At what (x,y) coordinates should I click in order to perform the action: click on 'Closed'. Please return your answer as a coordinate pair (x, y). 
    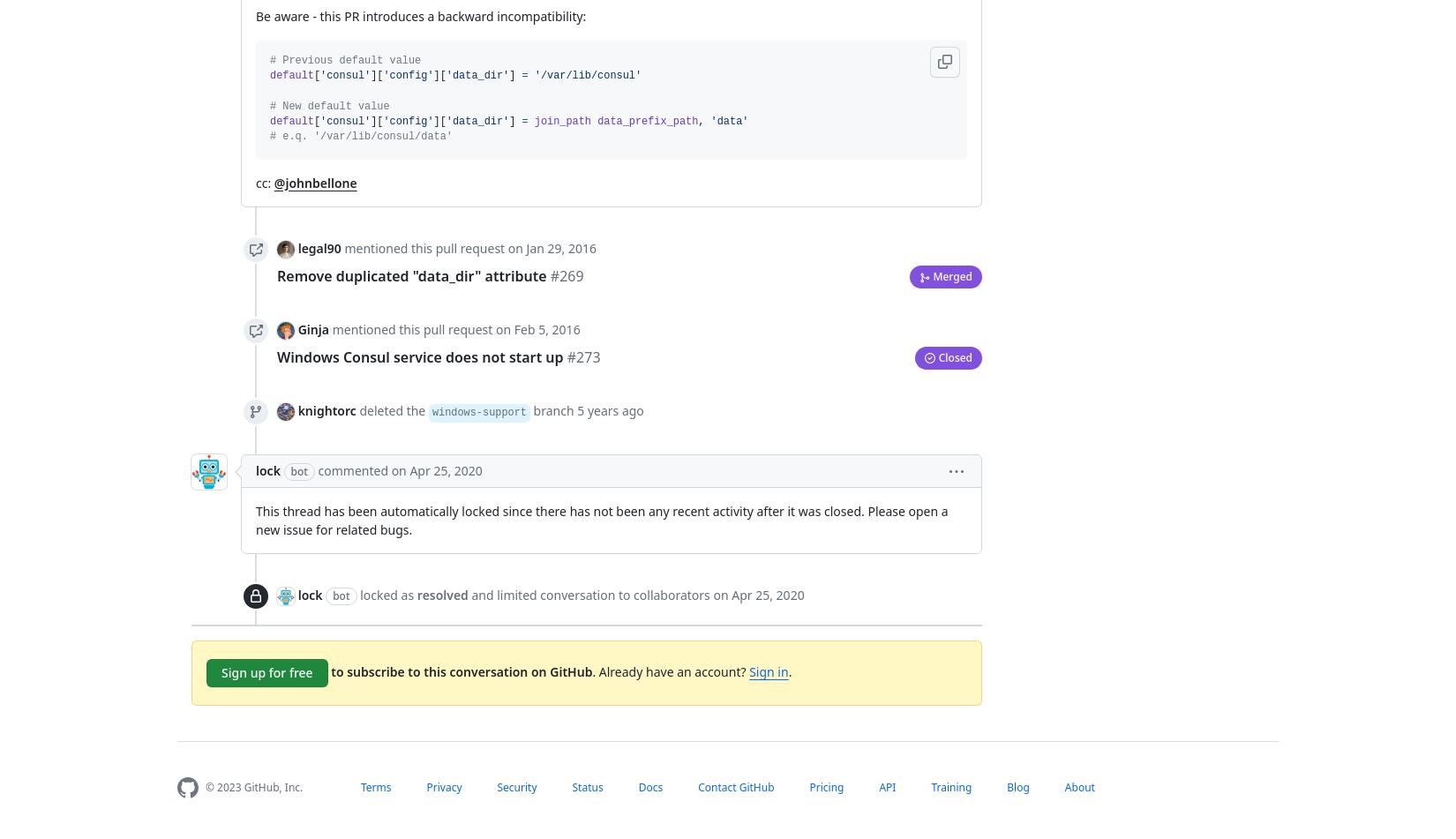
    Looking at the image, I should click on (955, 357).